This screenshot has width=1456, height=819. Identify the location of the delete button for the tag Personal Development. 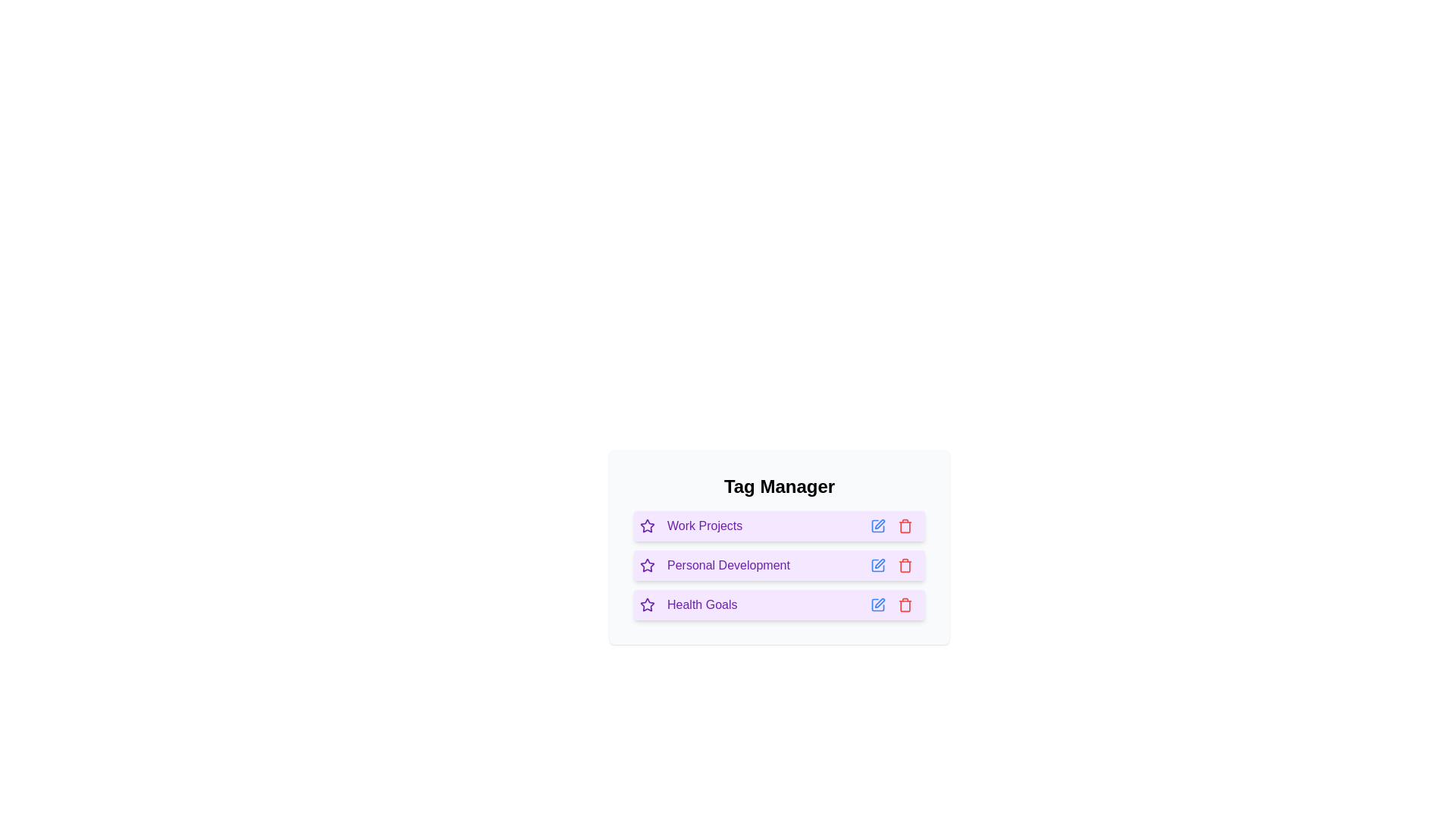
(905, 565).